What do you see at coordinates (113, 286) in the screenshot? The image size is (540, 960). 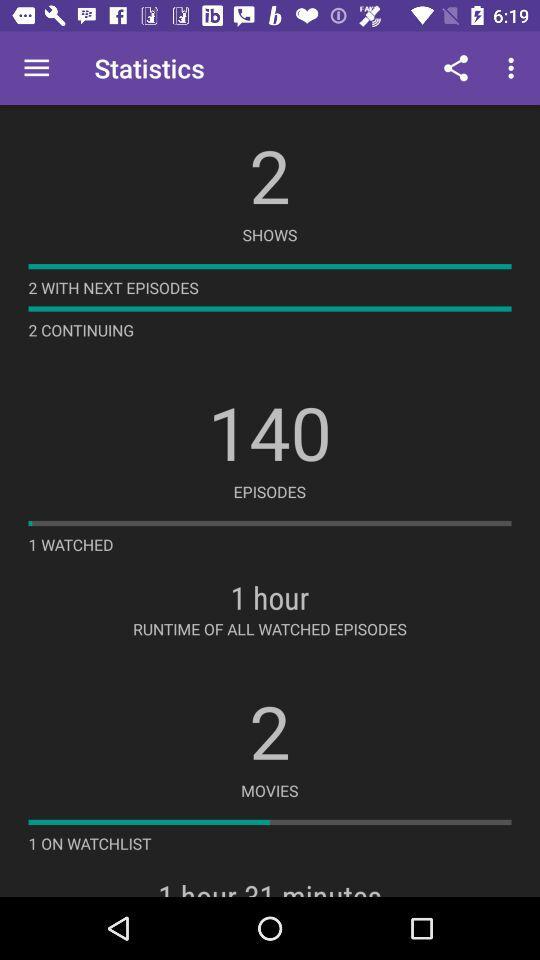 I see `2 with next icon` at bounding box center [113, 286].